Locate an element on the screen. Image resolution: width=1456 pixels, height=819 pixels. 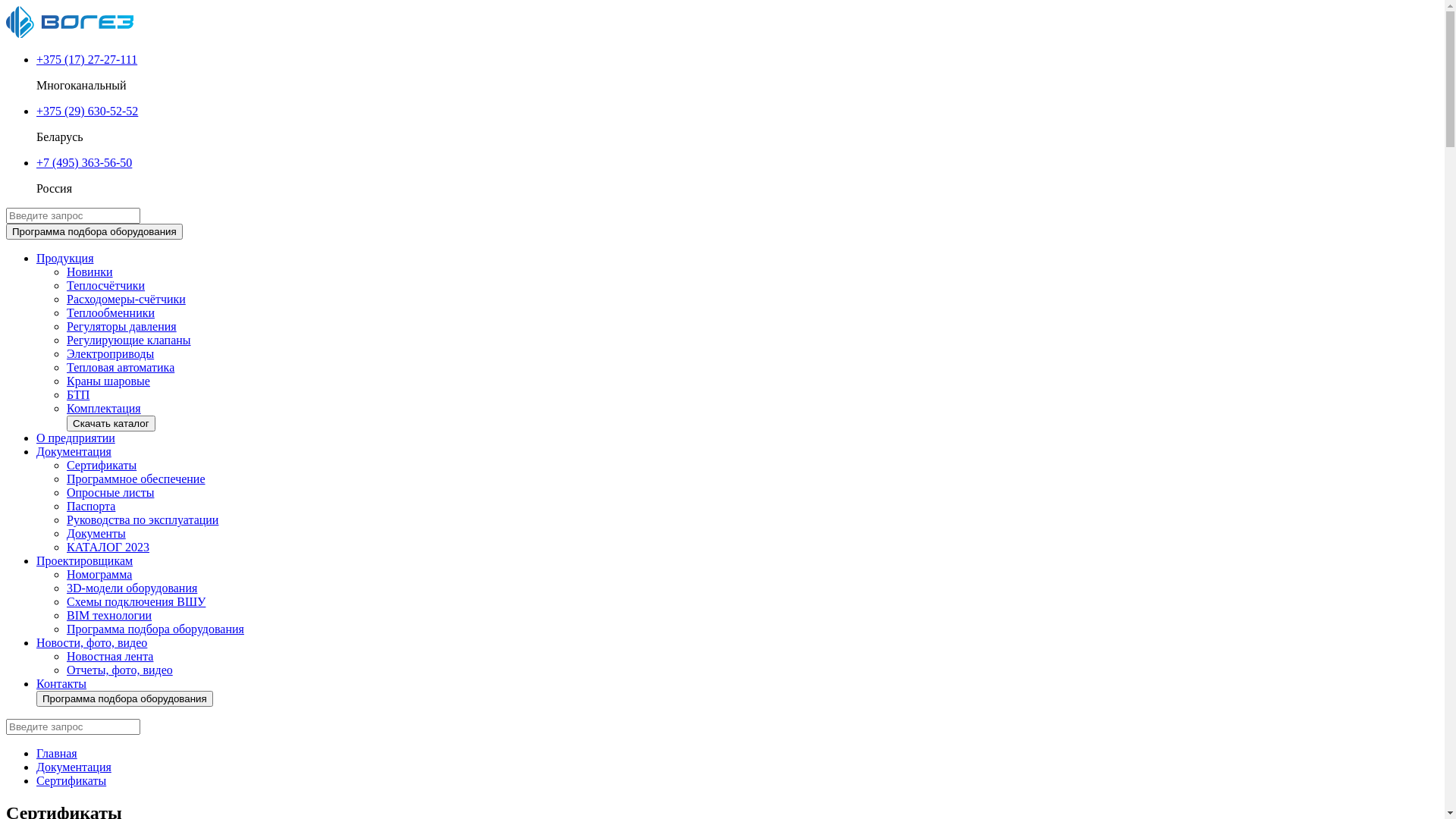
'+7 (495) 363-56-50' is located at coordinates (83, 162).